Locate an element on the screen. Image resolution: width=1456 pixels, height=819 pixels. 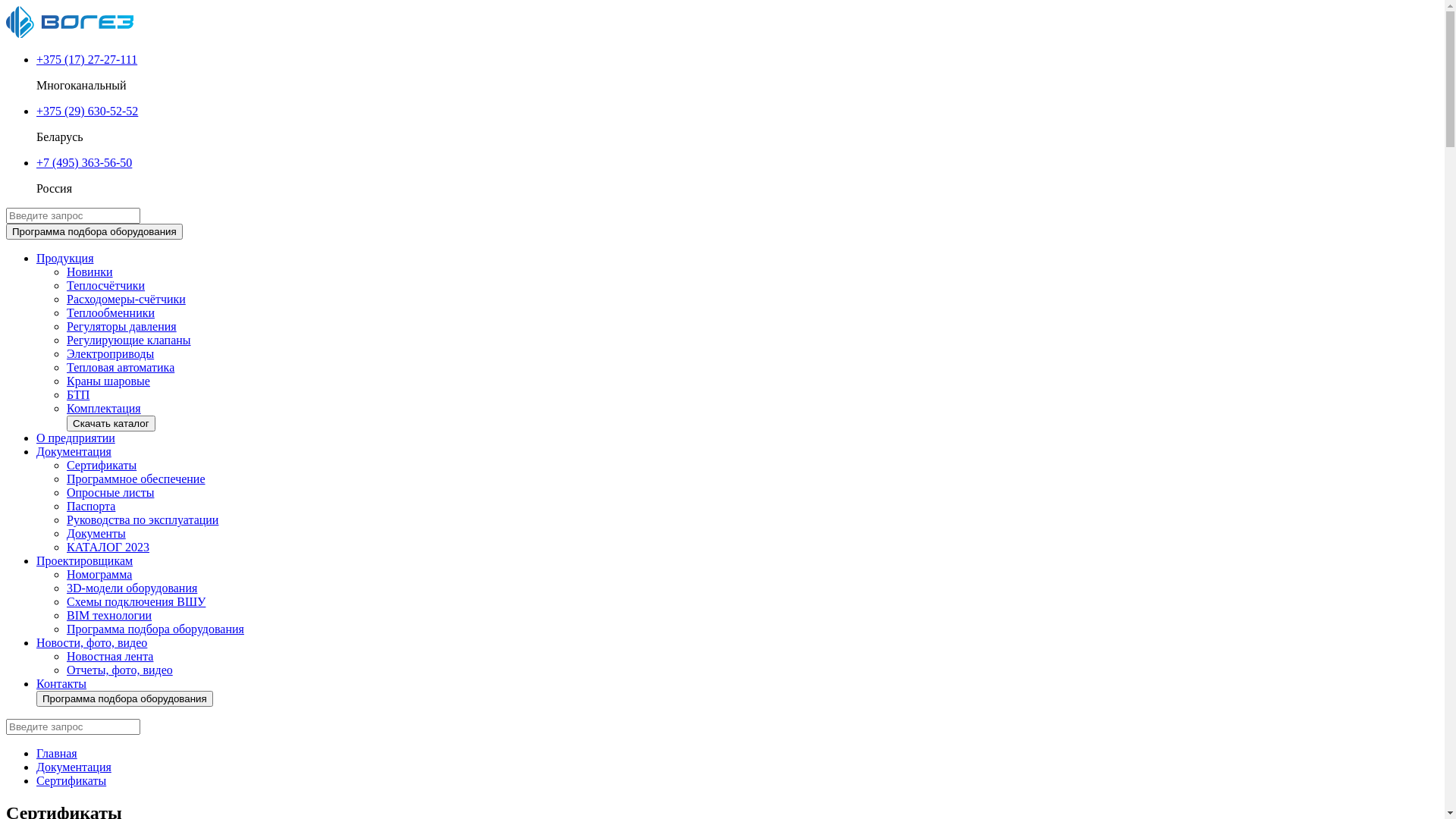
'+7 (495) 363-56-50' is located at coordinates (83, 162).